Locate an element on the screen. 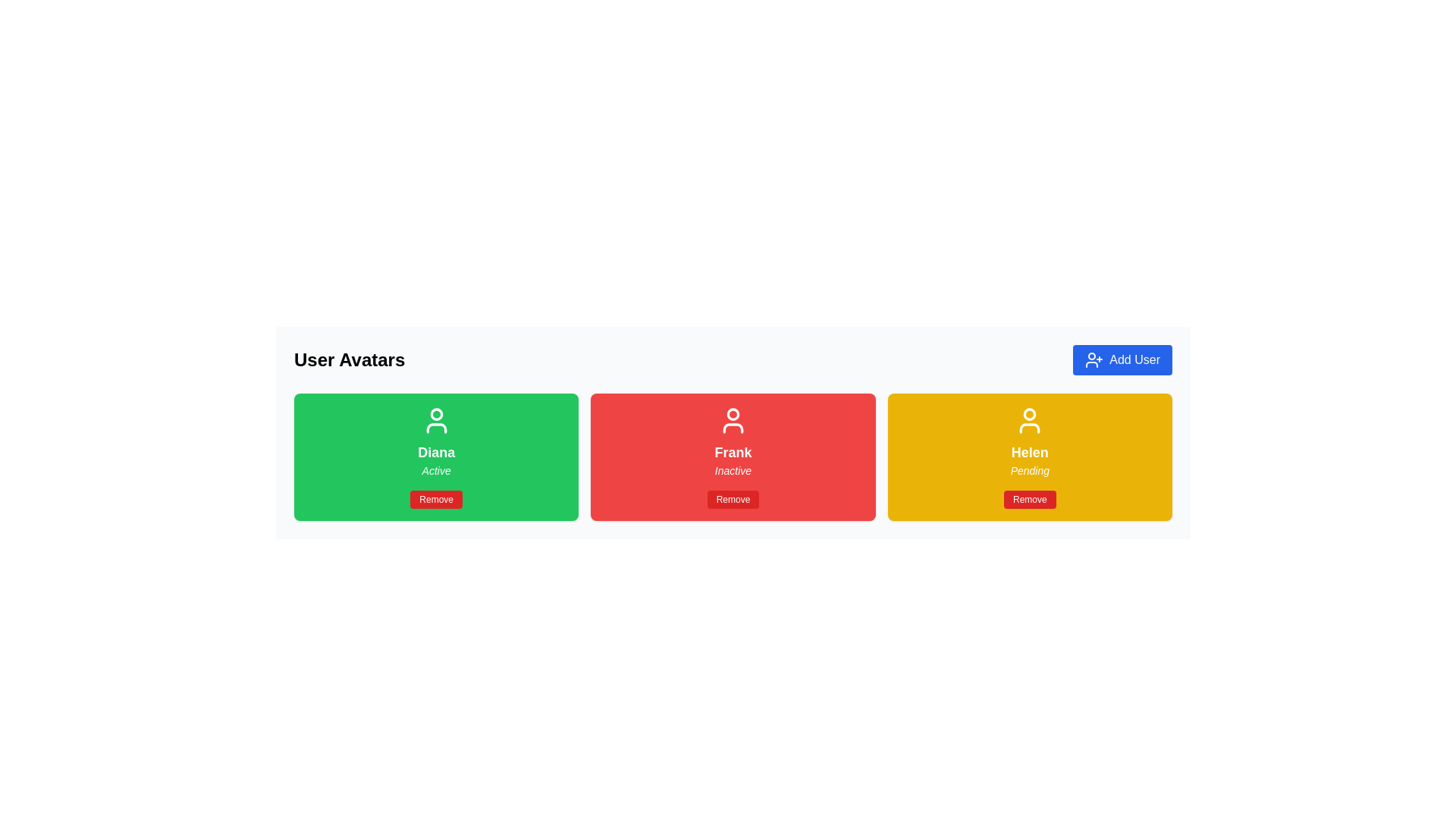 The width and height of the screenshot is (1456, 819). the 'Pending' text label, which is styled in italic font on a yellow background and indicates the user's status, located below the 'Helen' text and above the 'Remove' button is located at coordinates (1030, 470).